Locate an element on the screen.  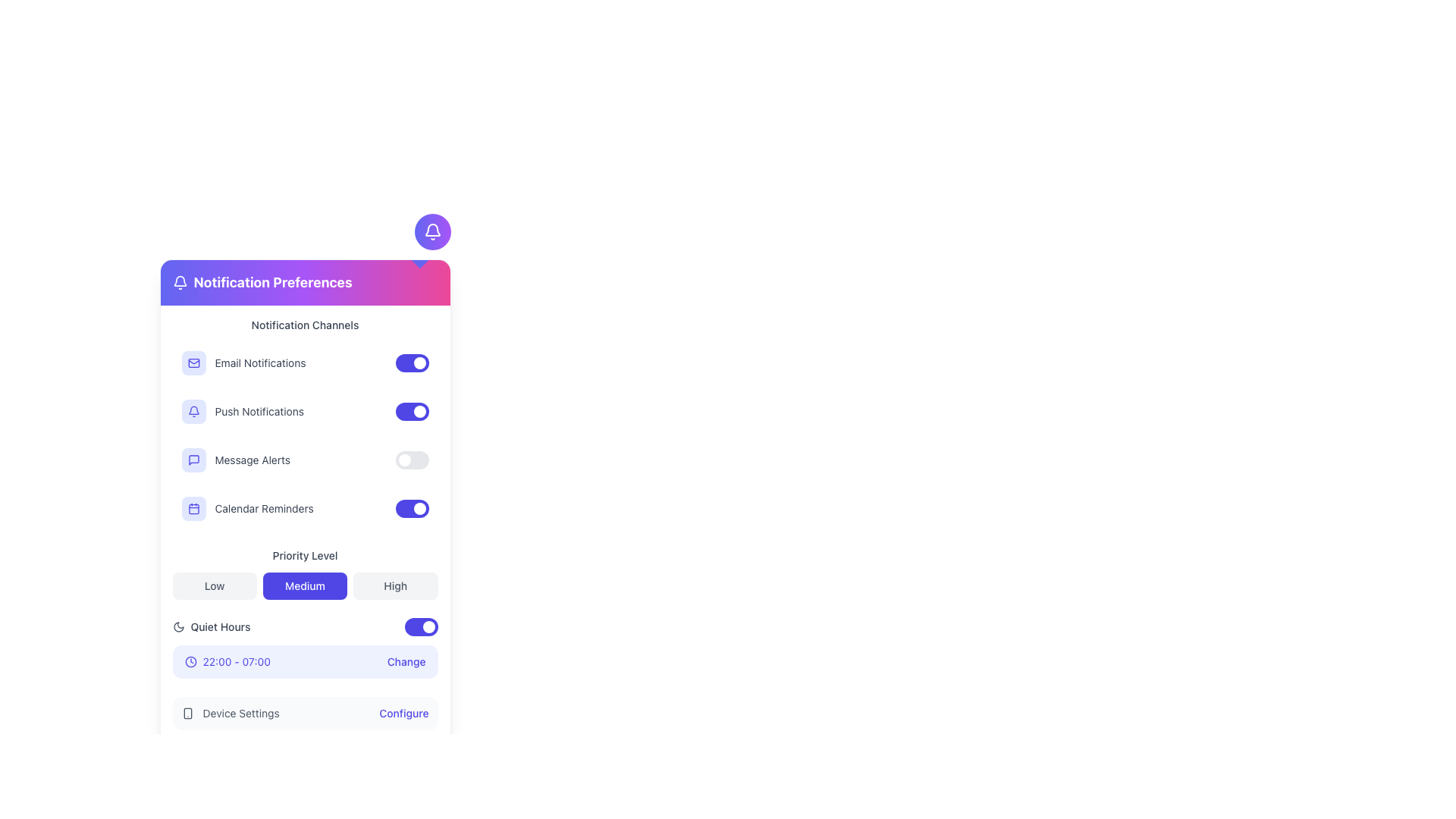
the rounded rectangular button with a light indigo background and a calendar icon, located in the second row of options in the 'Notification Channels' section of the 'Notification Preferences' panel, to trigger a tooltip is located at coordinates (193, 509).